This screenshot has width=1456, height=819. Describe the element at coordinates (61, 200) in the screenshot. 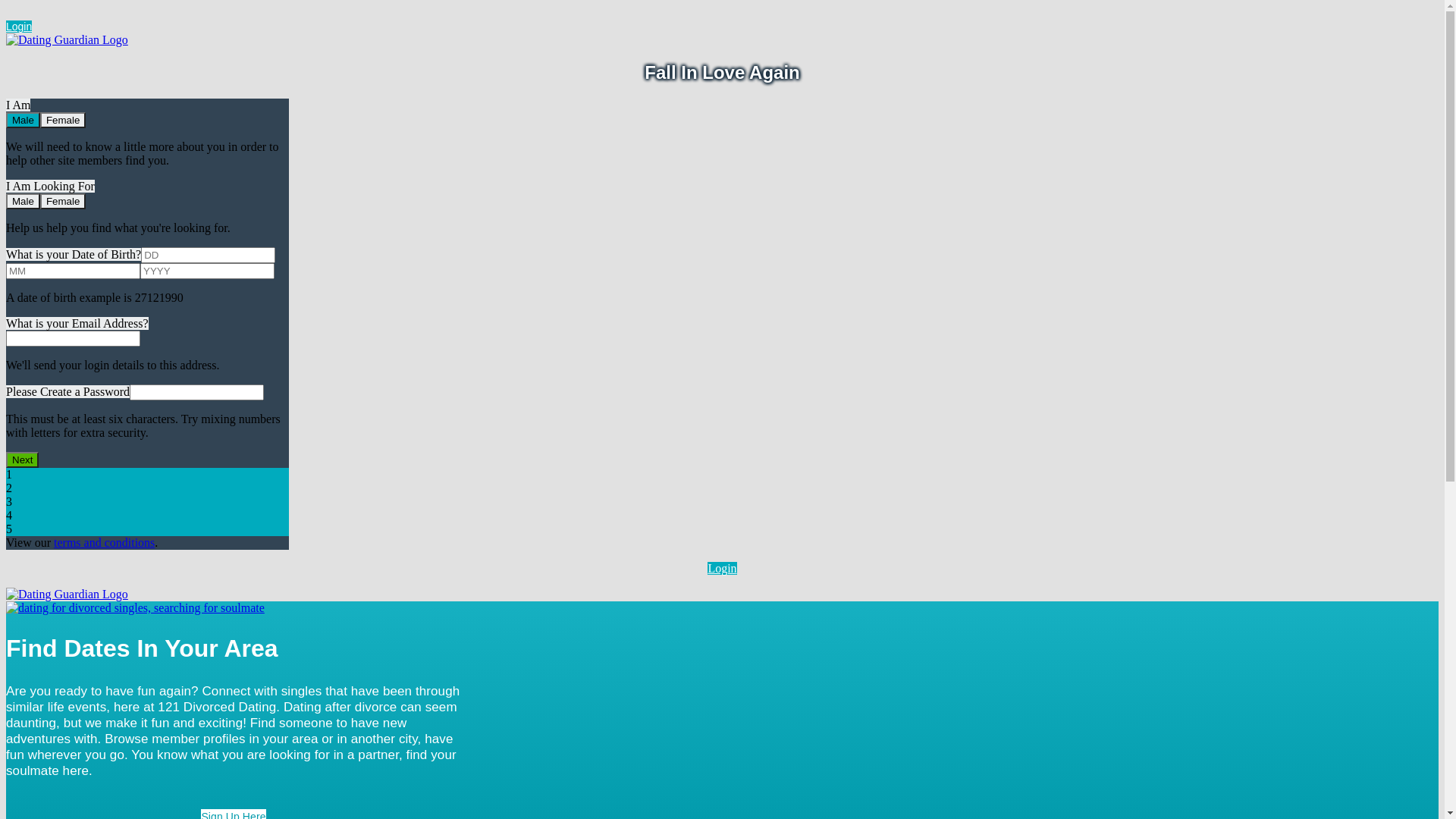

I see `'Female'` at that location.